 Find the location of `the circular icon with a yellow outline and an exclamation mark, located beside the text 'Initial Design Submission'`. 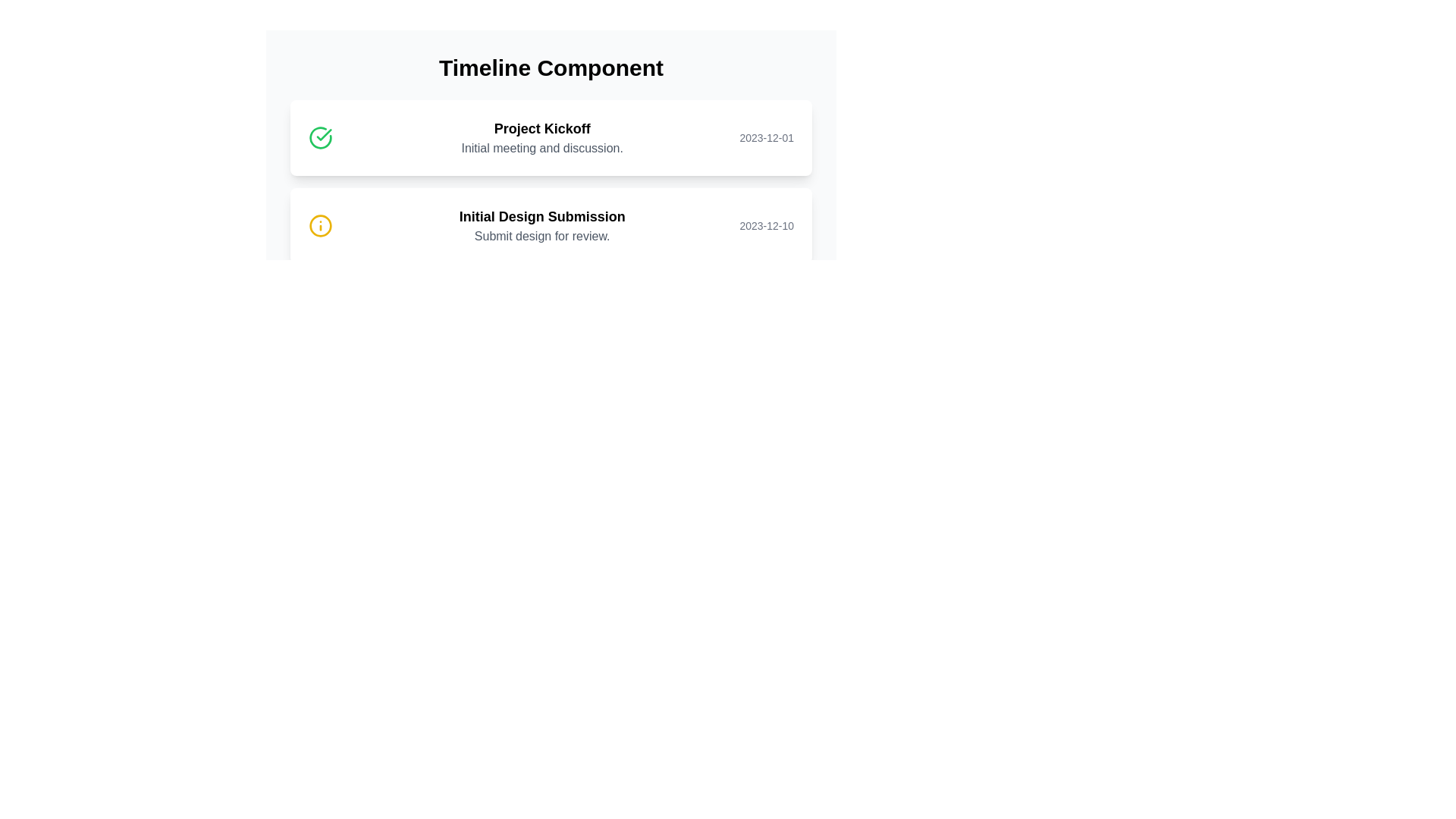

the circular icon with a yellow outline and an exclamation mark, located beside the text 'Initial Design Submission' is located at coordinates (319, 225).